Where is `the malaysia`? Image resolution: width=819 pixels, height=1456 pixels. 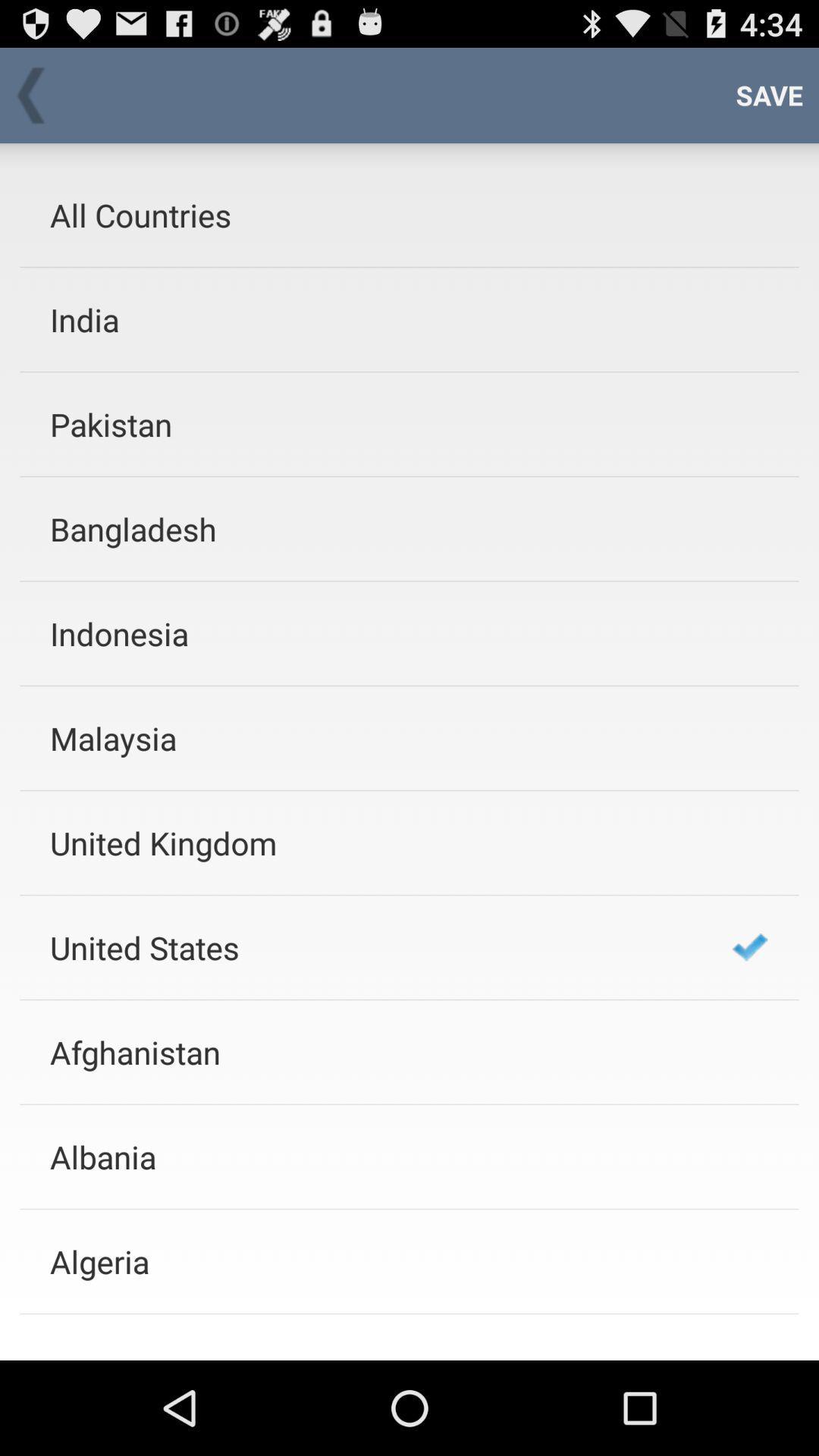 the malaysia is located at coordinates (371, 738).